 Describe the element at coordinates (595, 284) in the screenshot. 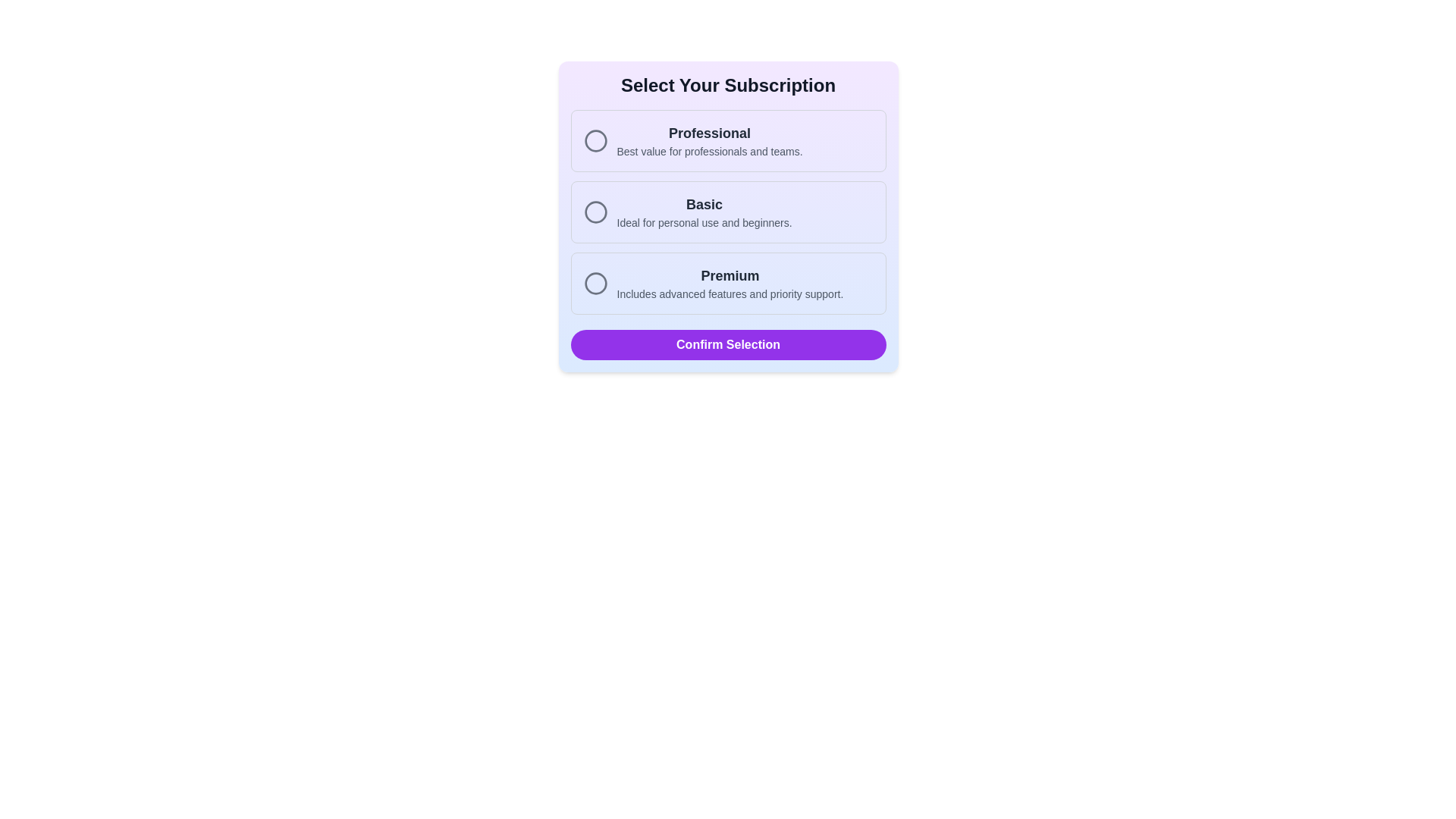

I see `the circular icon with a gray border and light-colored fill located in the Premium selection row, specifically to the left of the text 'Premium'` at that location.